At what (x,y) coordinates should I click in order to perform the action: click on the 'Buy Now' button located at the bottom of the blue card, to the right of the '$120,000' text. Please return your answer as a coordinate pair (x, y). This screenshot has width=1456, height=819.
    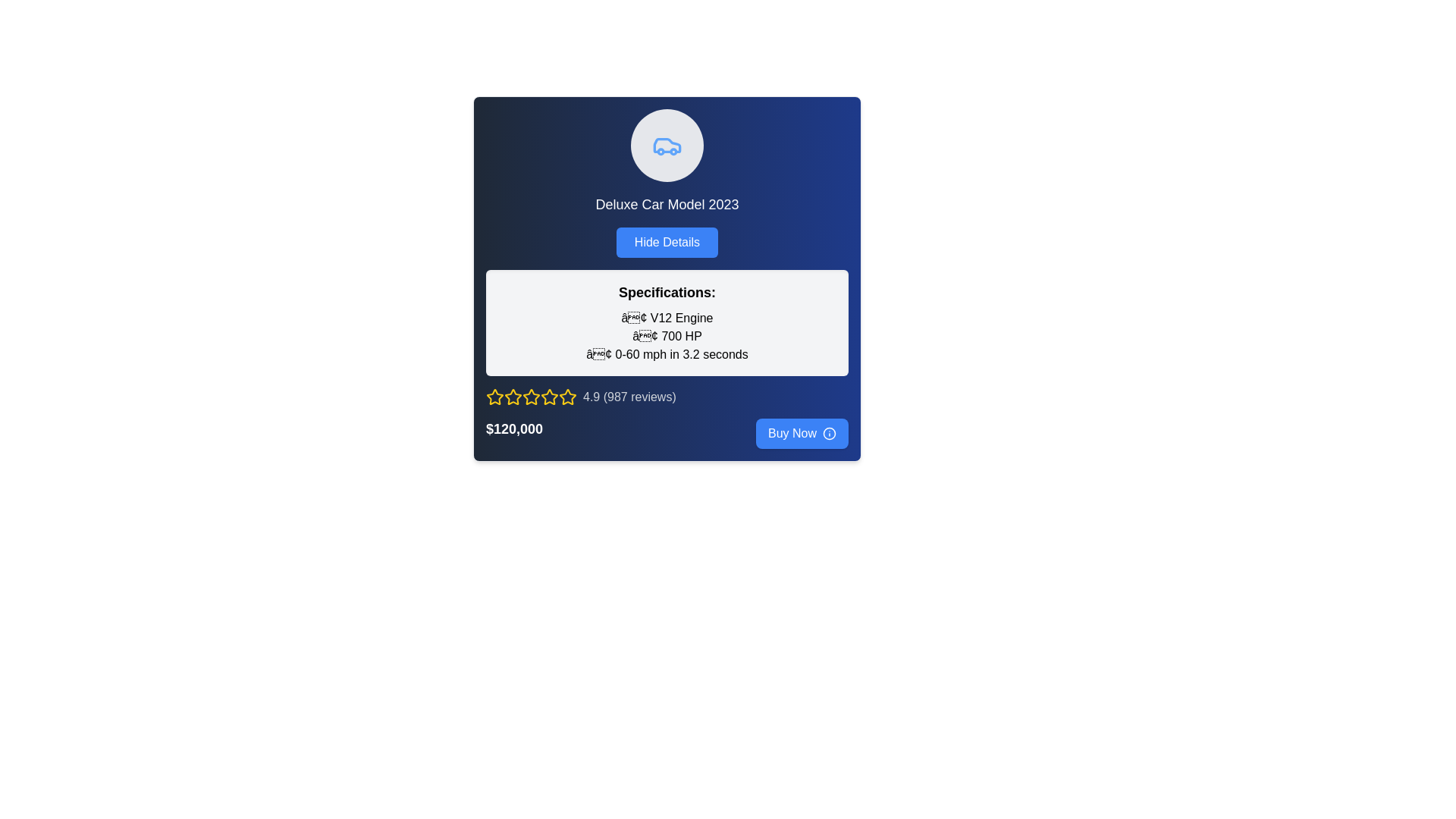
    Looking at the image, I should click on (801, 433).